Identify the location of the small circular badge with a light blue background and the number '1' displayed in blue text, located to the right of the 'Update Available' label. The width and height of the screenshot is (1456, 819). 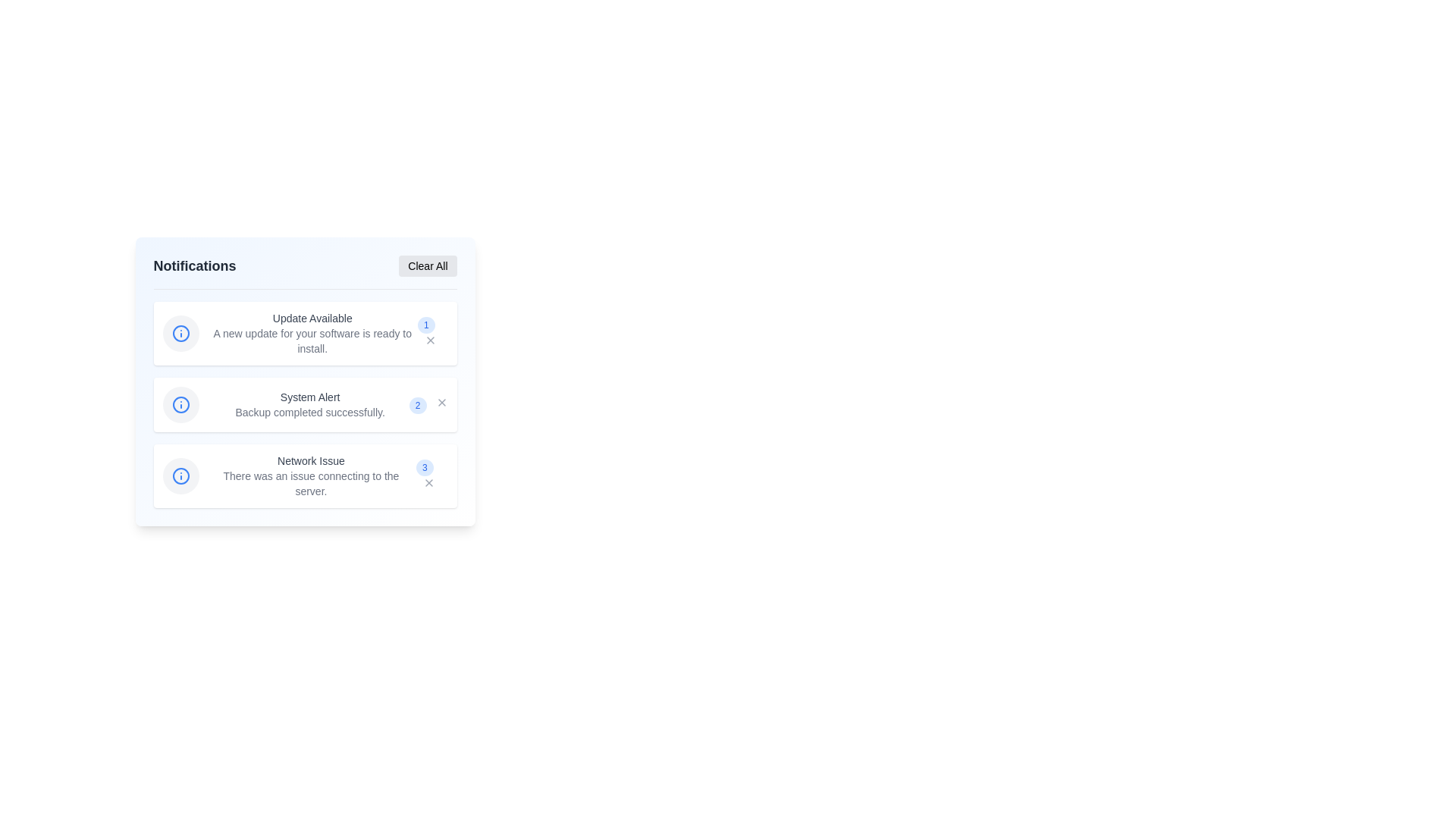
(425, 324).